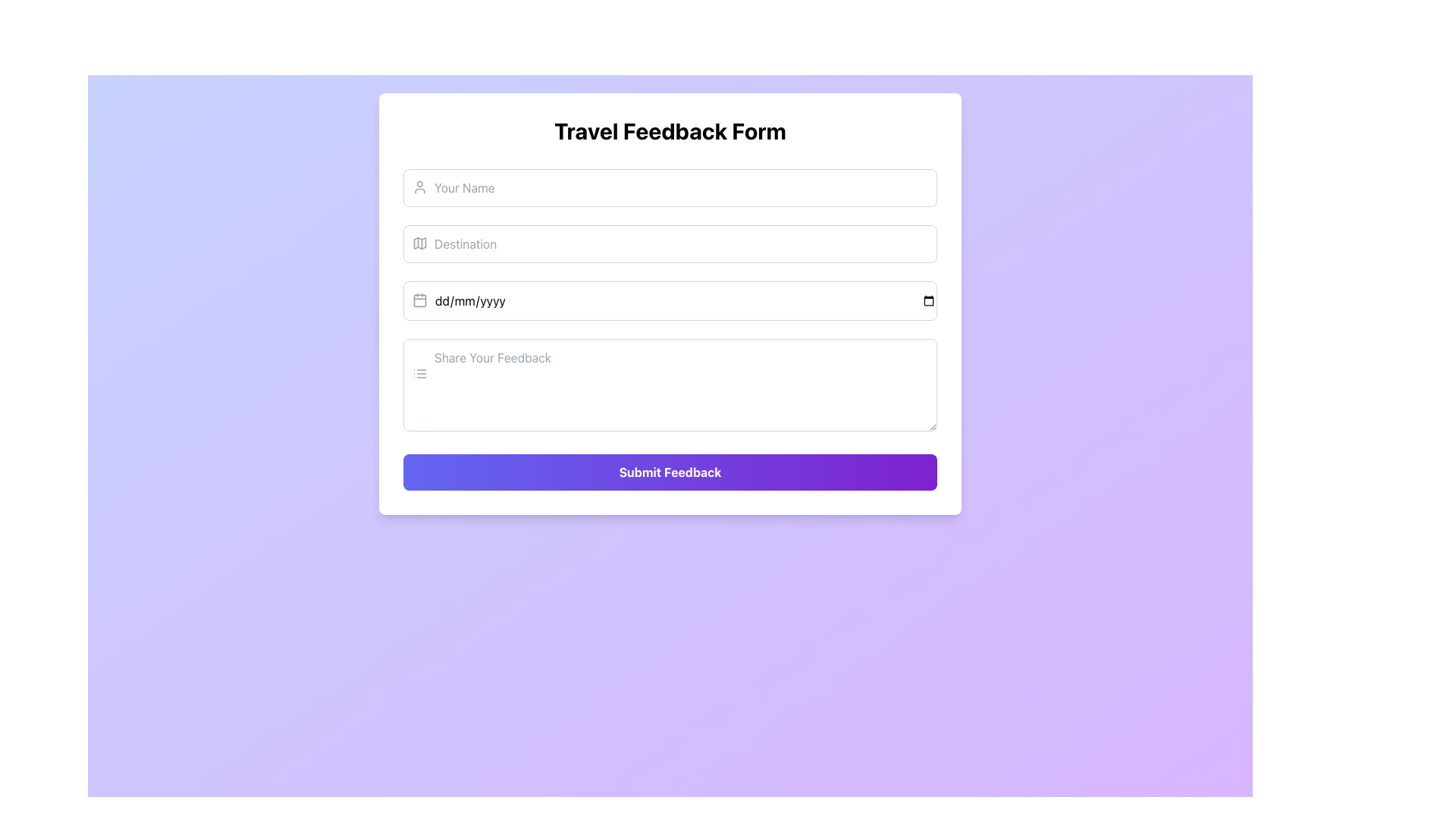 This screenshot has width=1456, height=819. I want to click on the map icon located to the left of the 'Destination' input field in the form, so click(419, 242).